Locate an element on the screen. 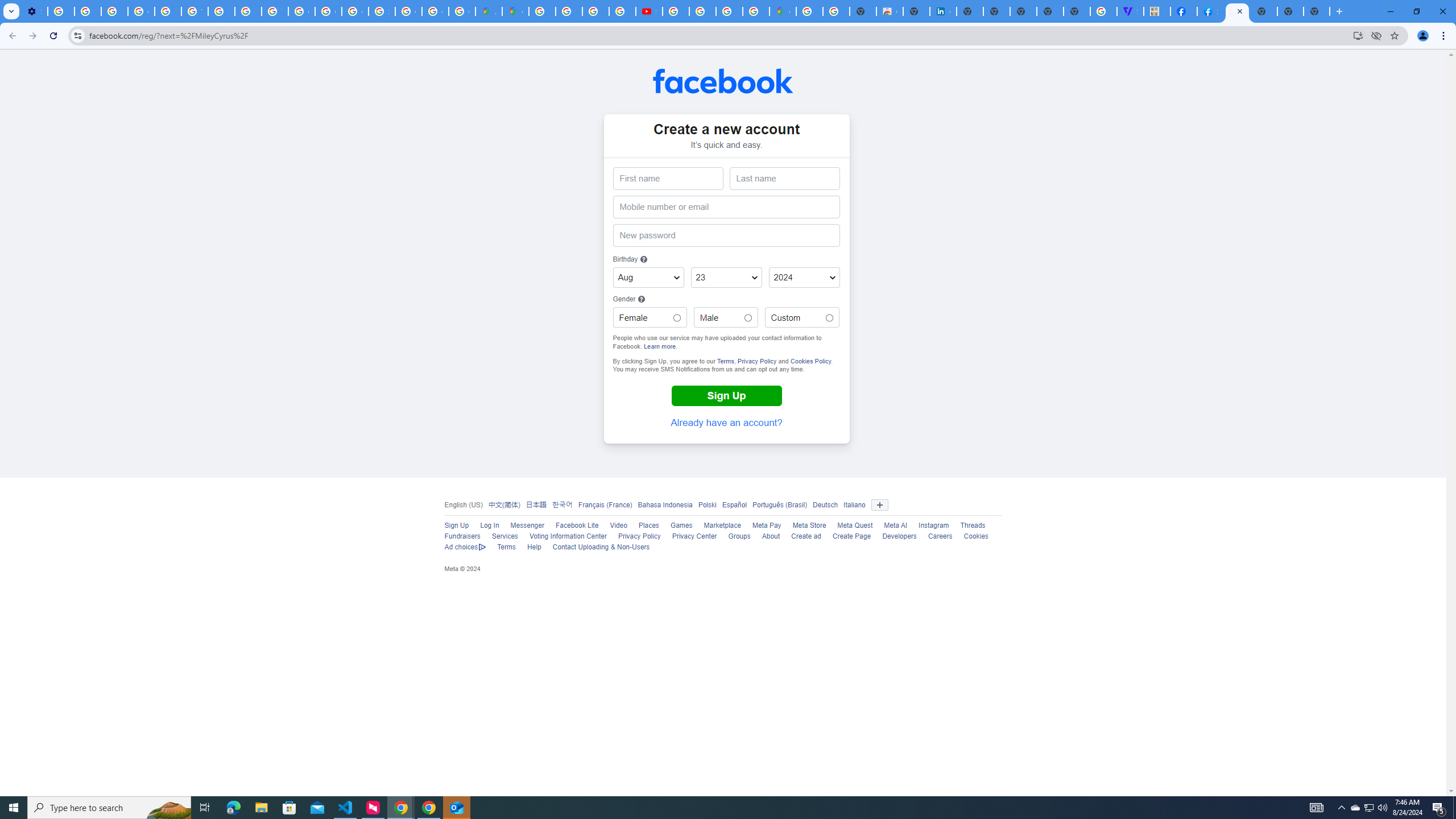 This screenshot has width=1456, height=819. 'Learn more' is located at coordinates (659, 346).